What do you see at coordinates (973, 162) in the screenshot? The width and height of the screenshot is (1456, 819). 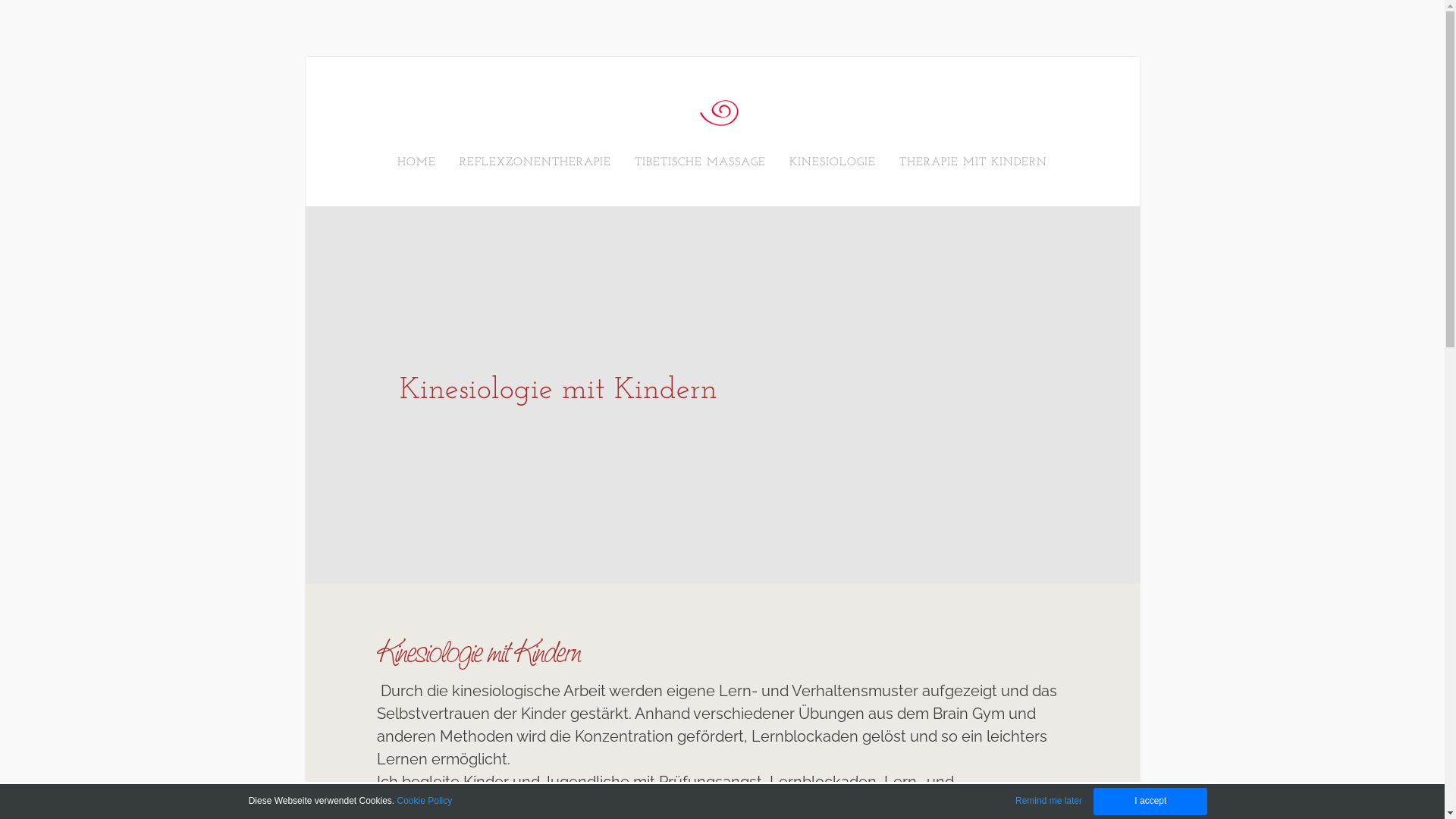 I see `'THERAPIE MIT KINDERN'` at bounding box center [973, 162].